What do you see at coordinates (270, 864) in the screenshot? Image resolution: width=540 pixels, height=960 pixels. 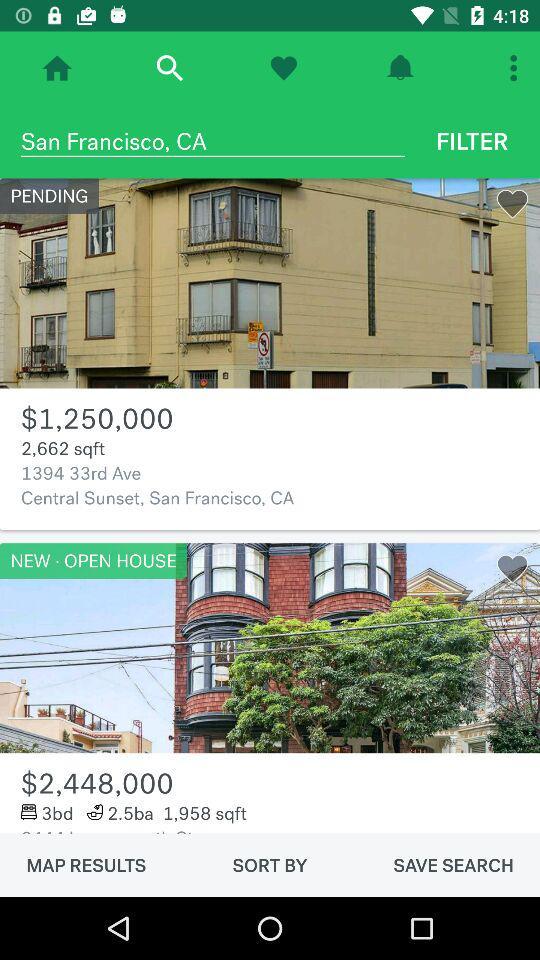 I see `the icon below 2444 leavenworth st item` at bounding box center [270, 864].